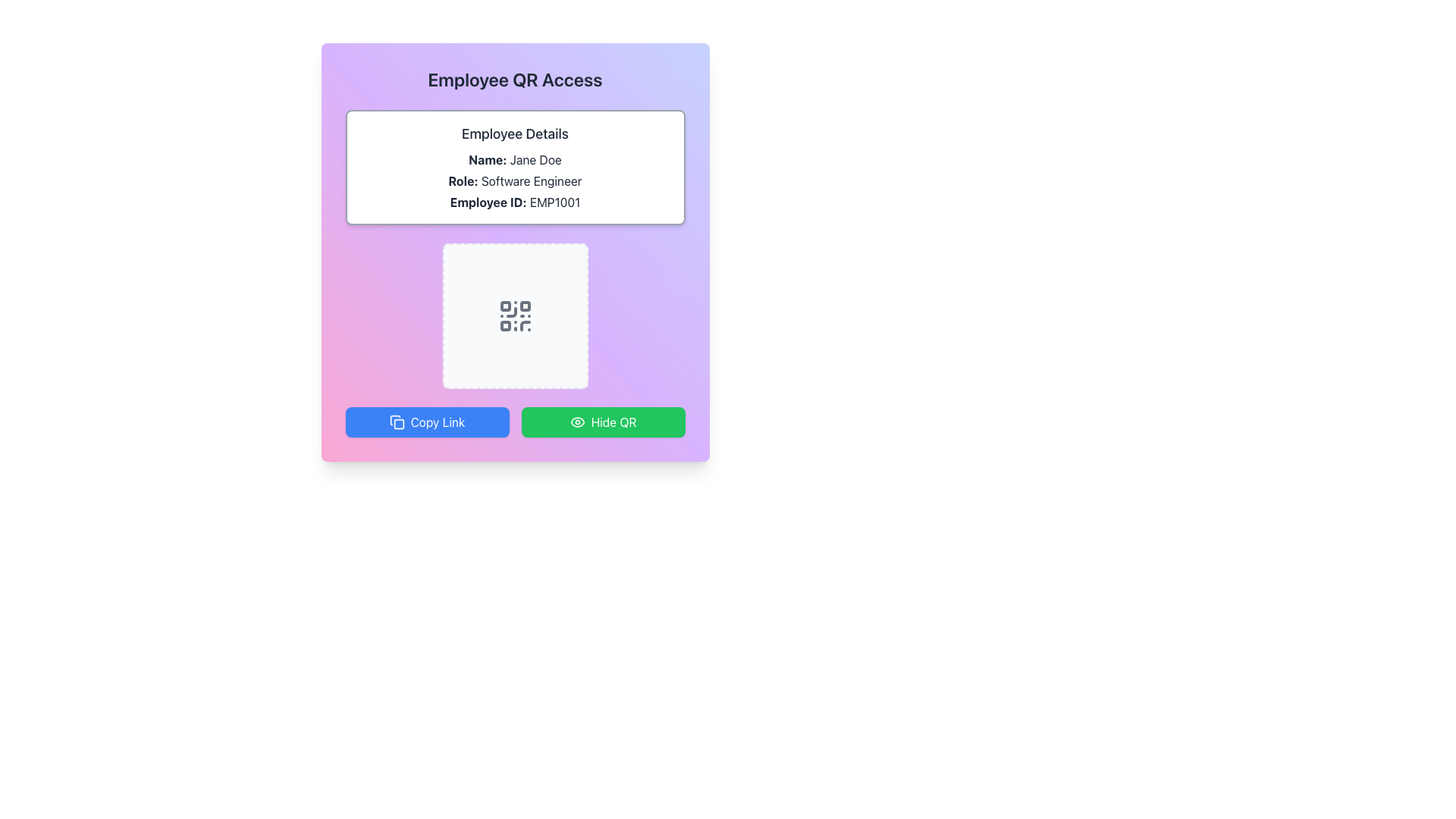  What do you see at coordinates (488, 160) in the screenshot?
I see `the Text Label that introduces the user's name preceding 'Jane Doe' in the 'Employee Details' section of the modal` at bounding box center [488, 160].